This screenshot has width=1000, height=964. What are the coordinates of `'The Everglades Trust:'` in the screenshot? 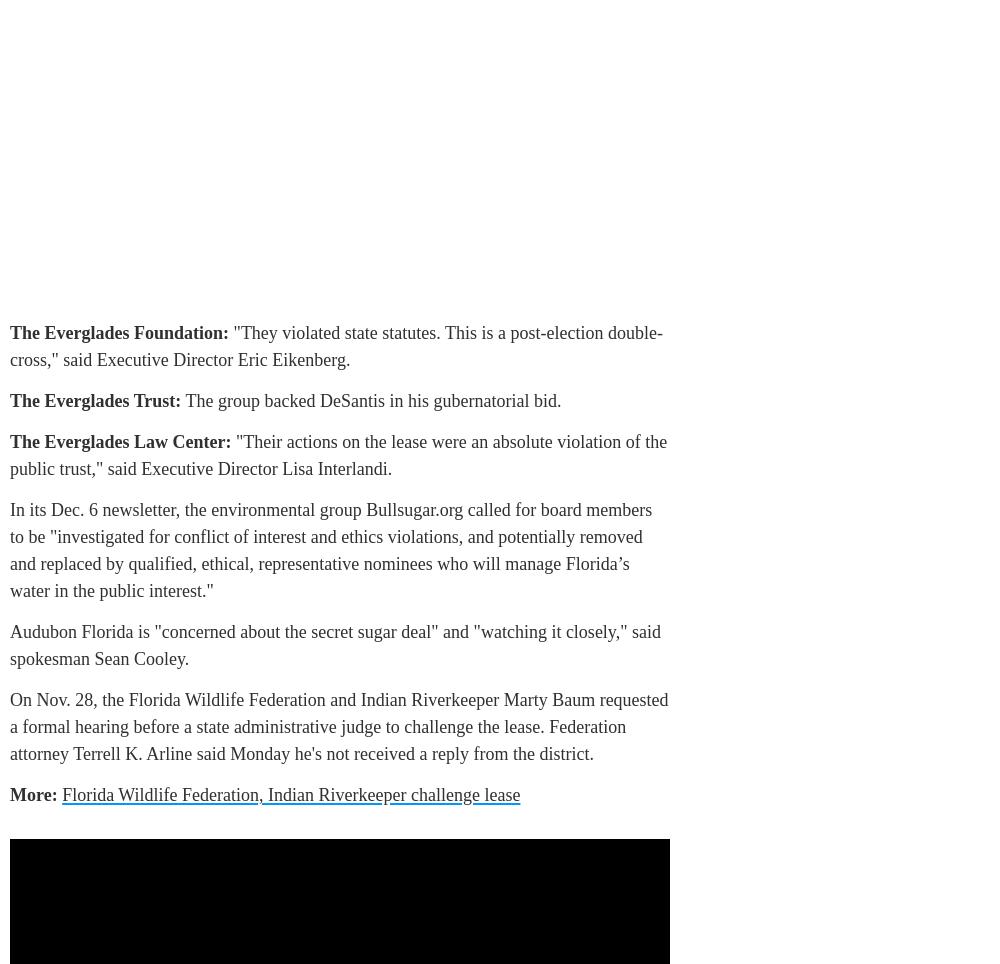 It's located at (94, 401).